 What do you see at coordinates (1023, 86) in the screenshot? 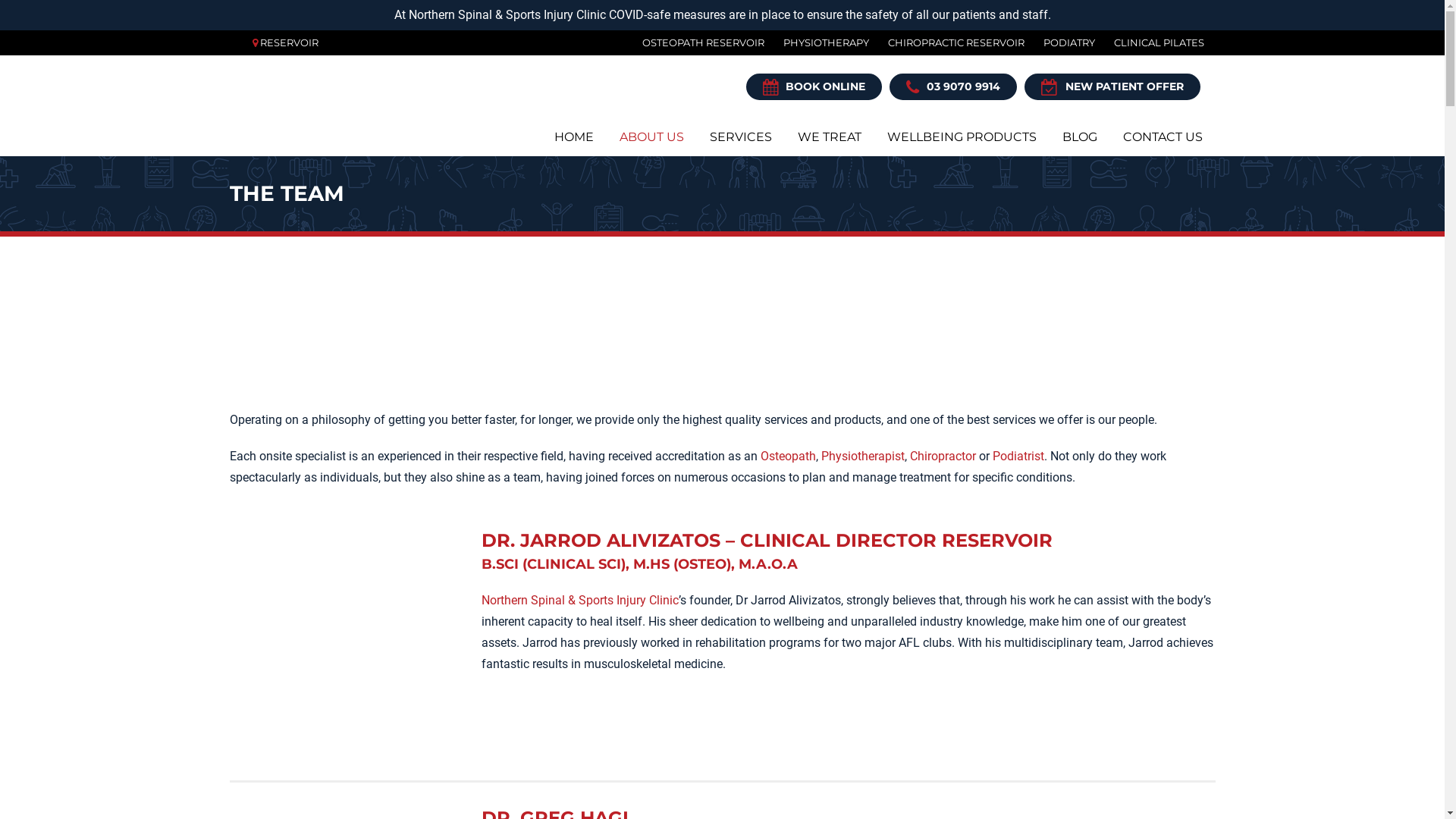
I see `'NEW PATIENT OFFER'` at bounding box center [1023, 86].